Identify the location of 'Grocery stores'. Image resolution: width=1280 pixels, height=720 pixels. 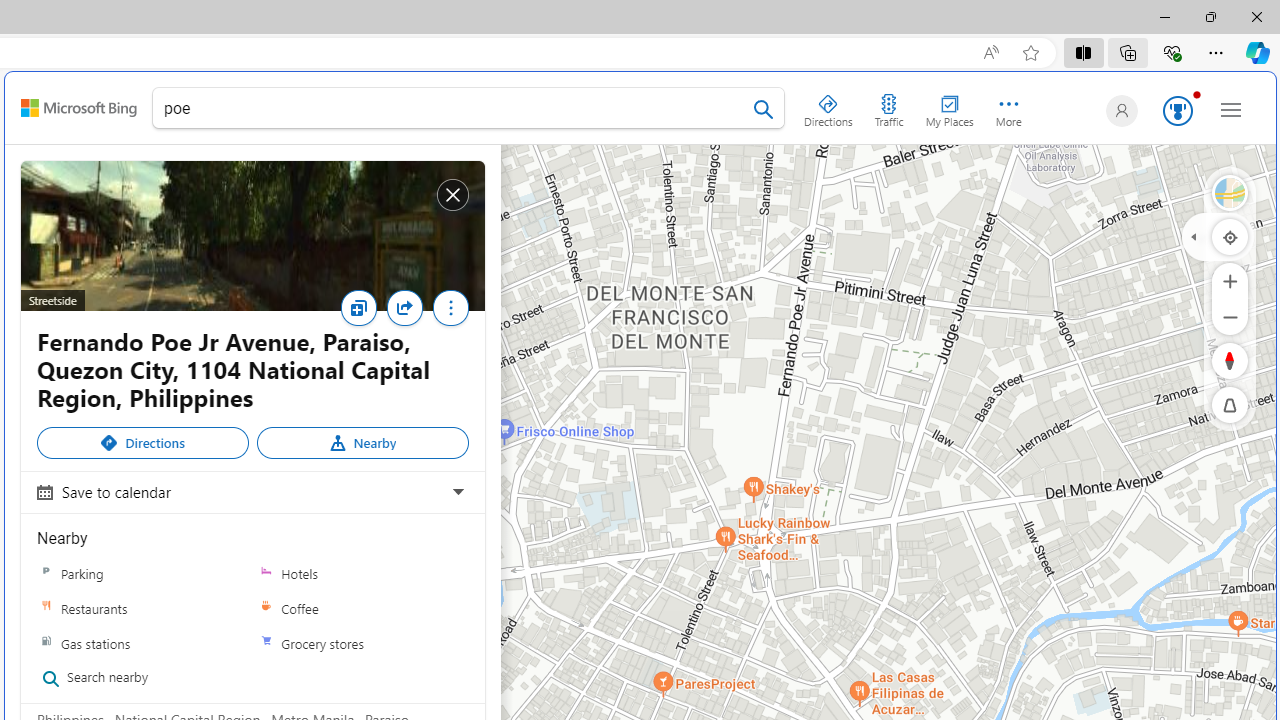
(265, 643).